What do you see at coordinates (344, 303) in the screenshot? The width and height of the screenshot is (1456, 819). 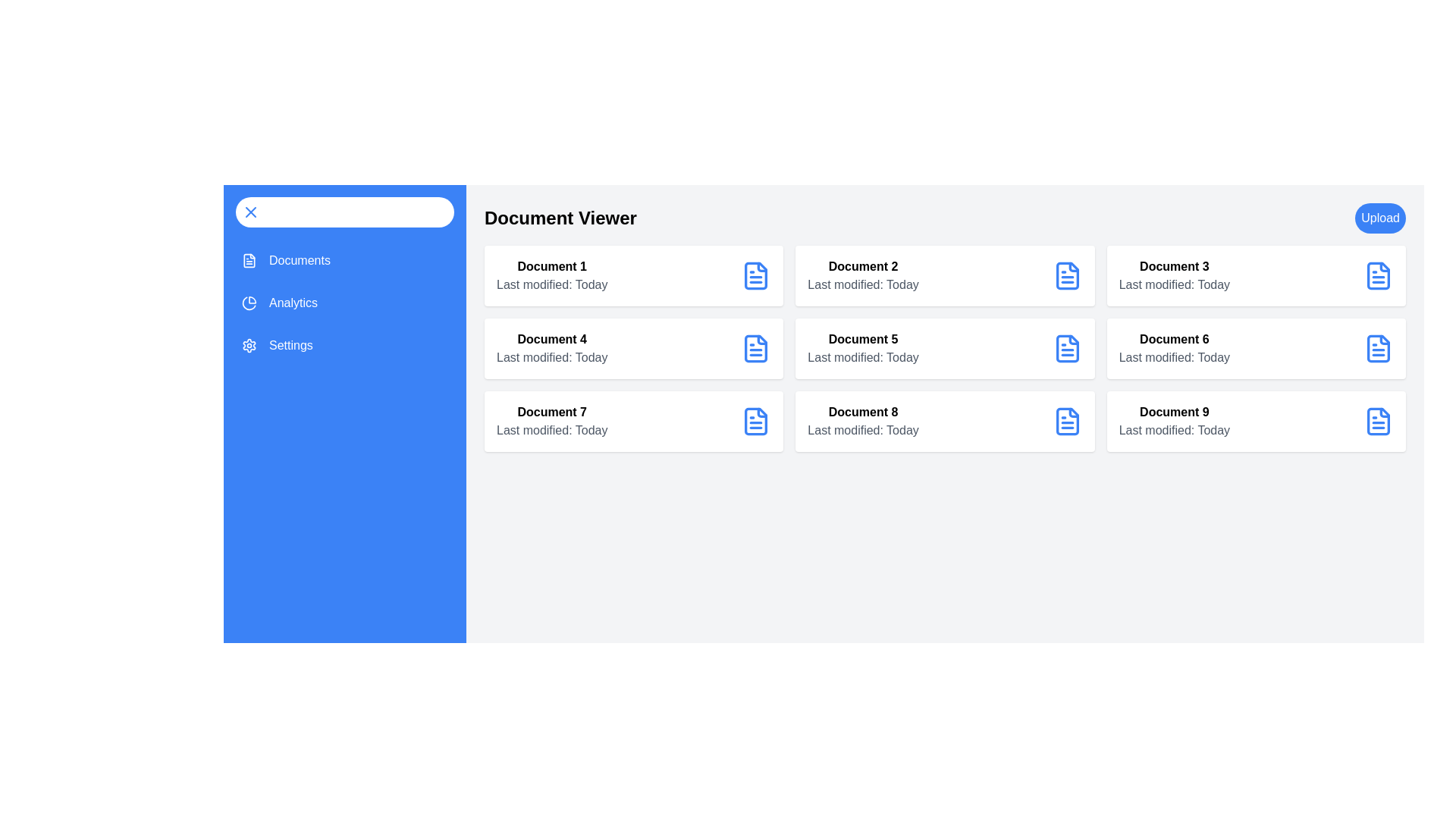 I see `the menu item Analytics from the sidebar menu` at bounding box center [344, 303].